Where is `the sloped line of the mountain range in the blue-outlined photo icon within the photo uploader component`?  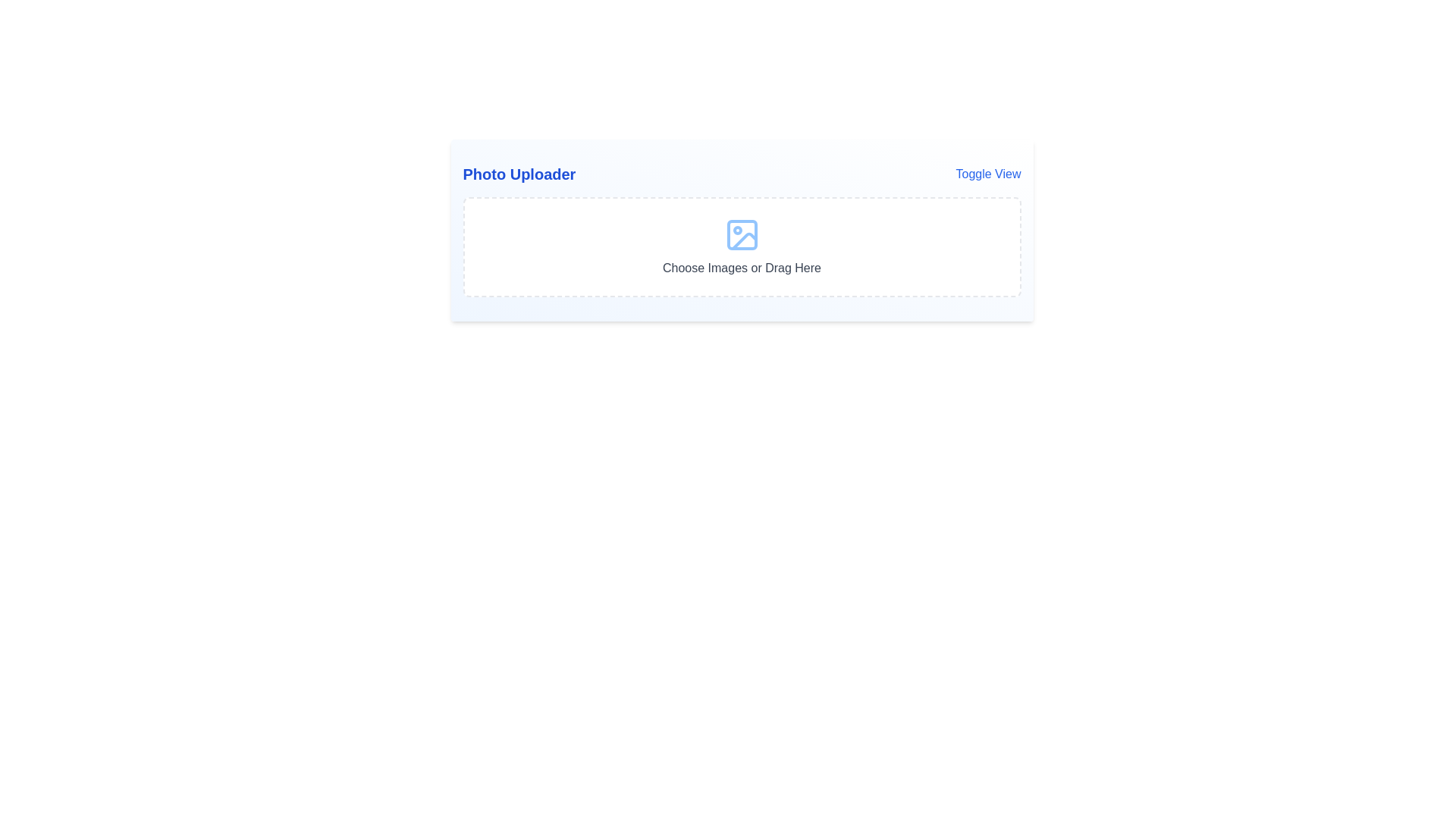 the sloped line of the mountain range in the blue-outlined photo icon within the photo uploader component is located at coordinates (744, 240).